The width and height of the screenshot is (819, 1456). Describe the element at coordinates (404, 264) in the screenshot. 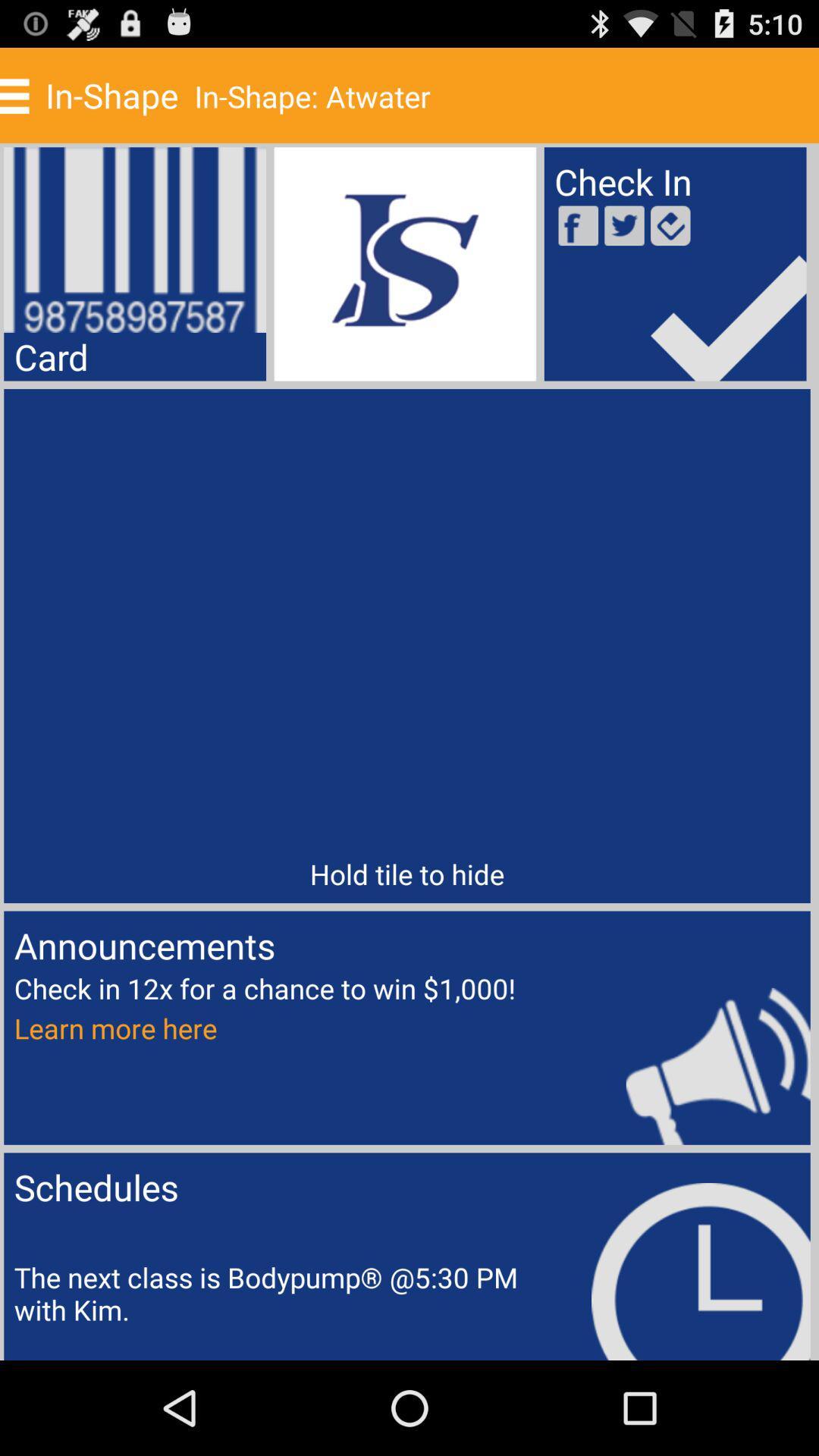

I see `the icon which is left side of the check in` at that location.